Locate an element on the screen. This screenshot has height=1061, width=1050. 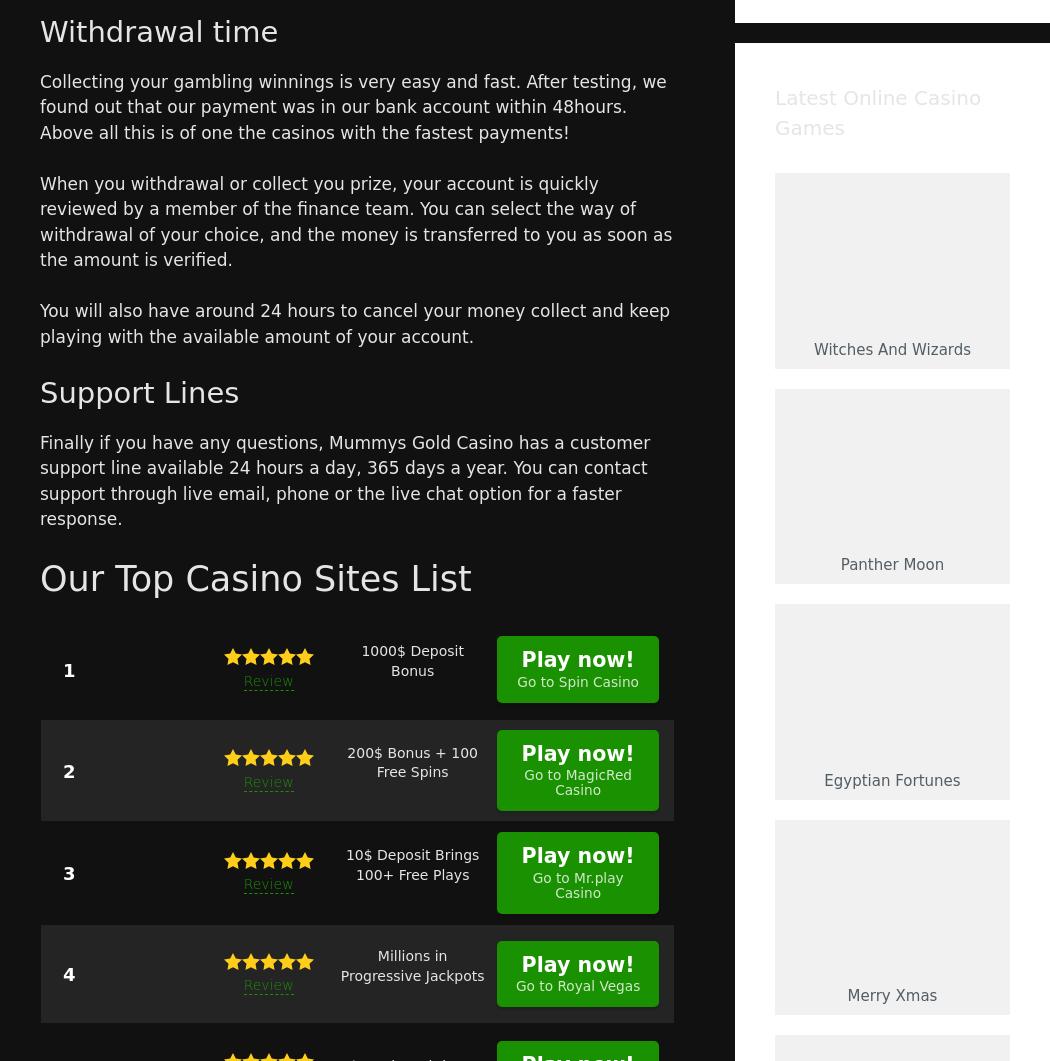
'Go to Spin Casino' is located at coordinates (577, 679).